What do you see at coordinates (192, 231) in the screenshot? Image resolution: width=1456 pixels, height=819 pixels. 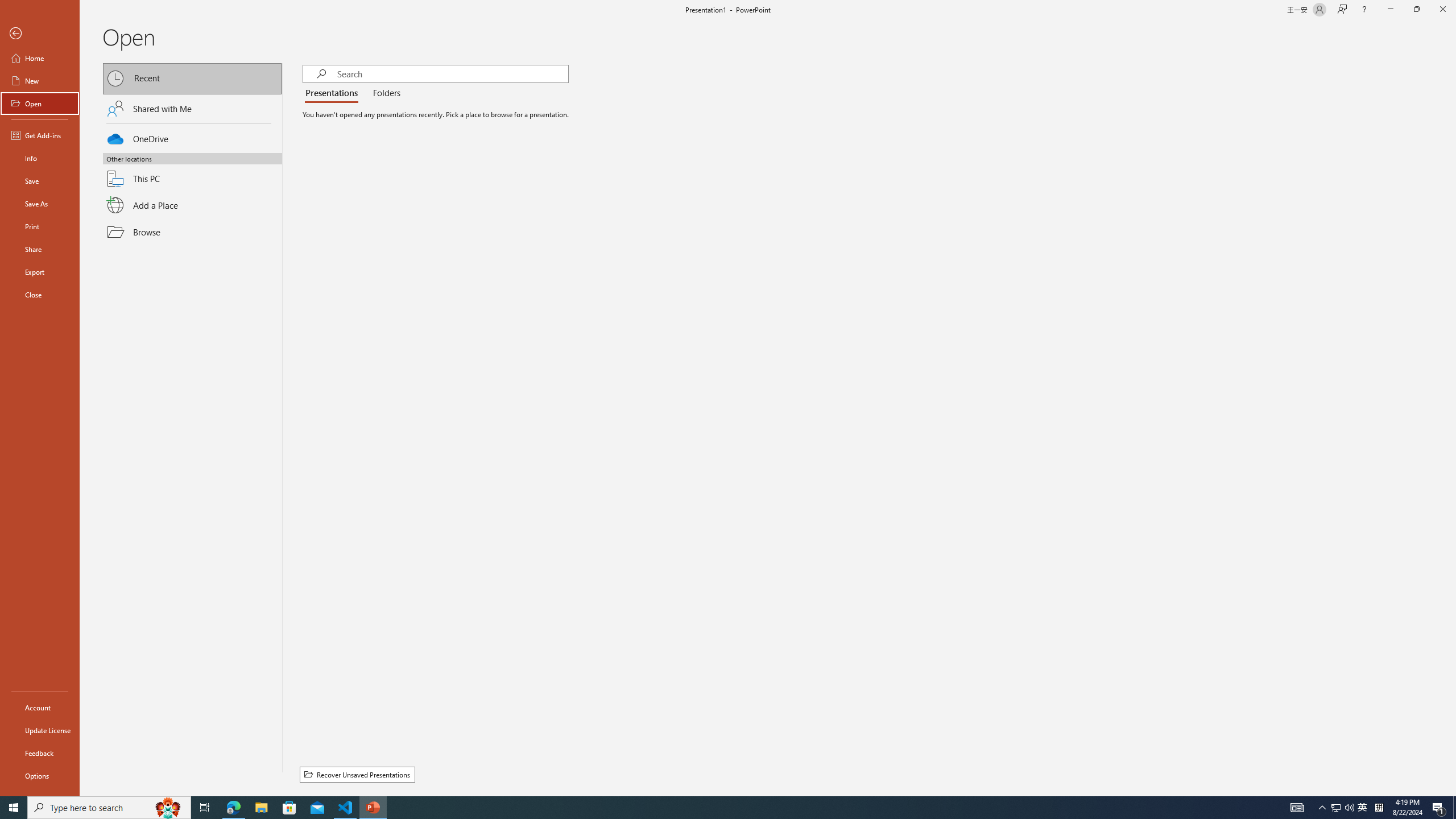 I see `'Browse'` at bounding box center [192, 231].